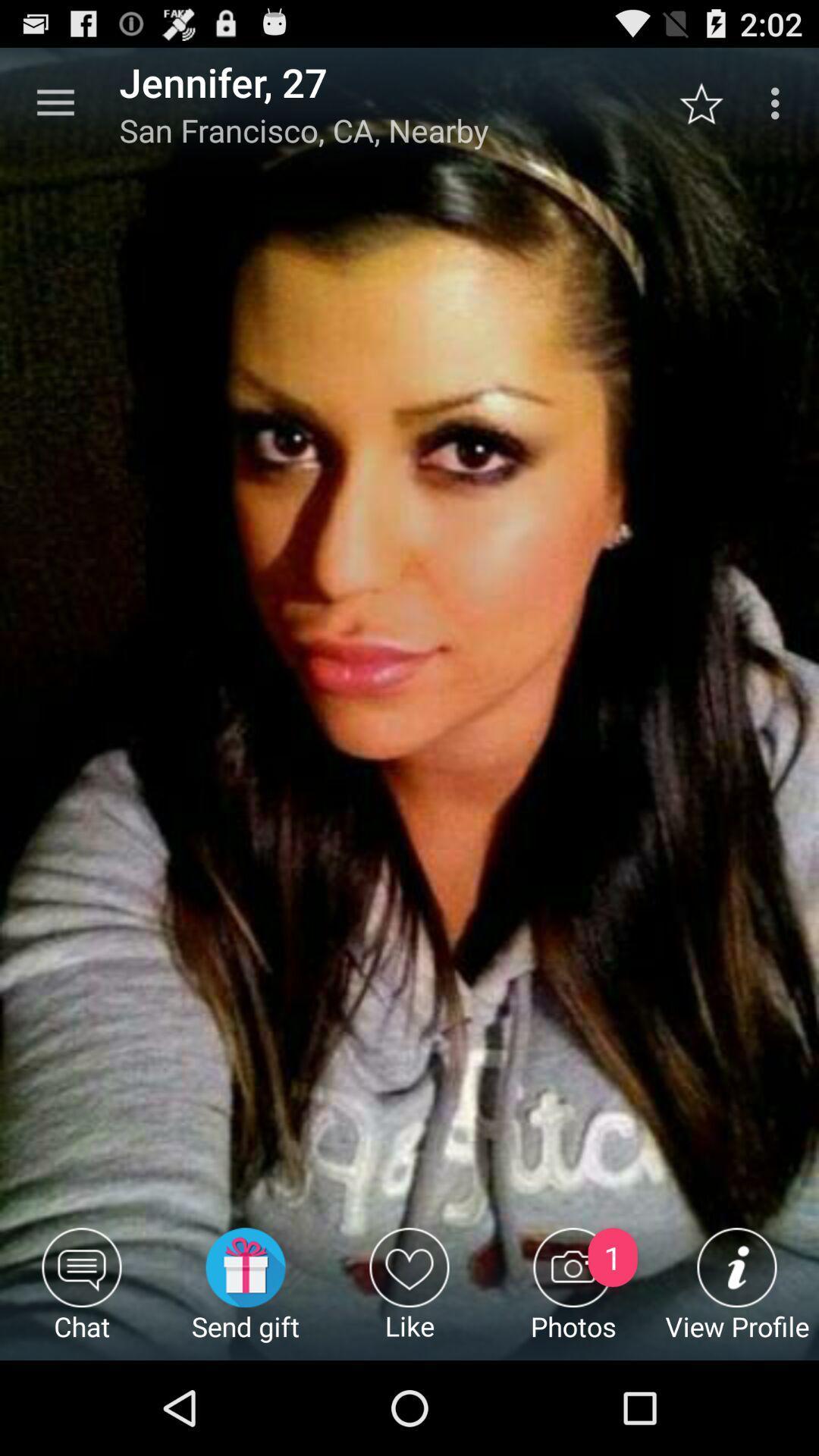 The image size is (819, 1456). I want to click on the icon next to the send gift, so click(82, 1293).